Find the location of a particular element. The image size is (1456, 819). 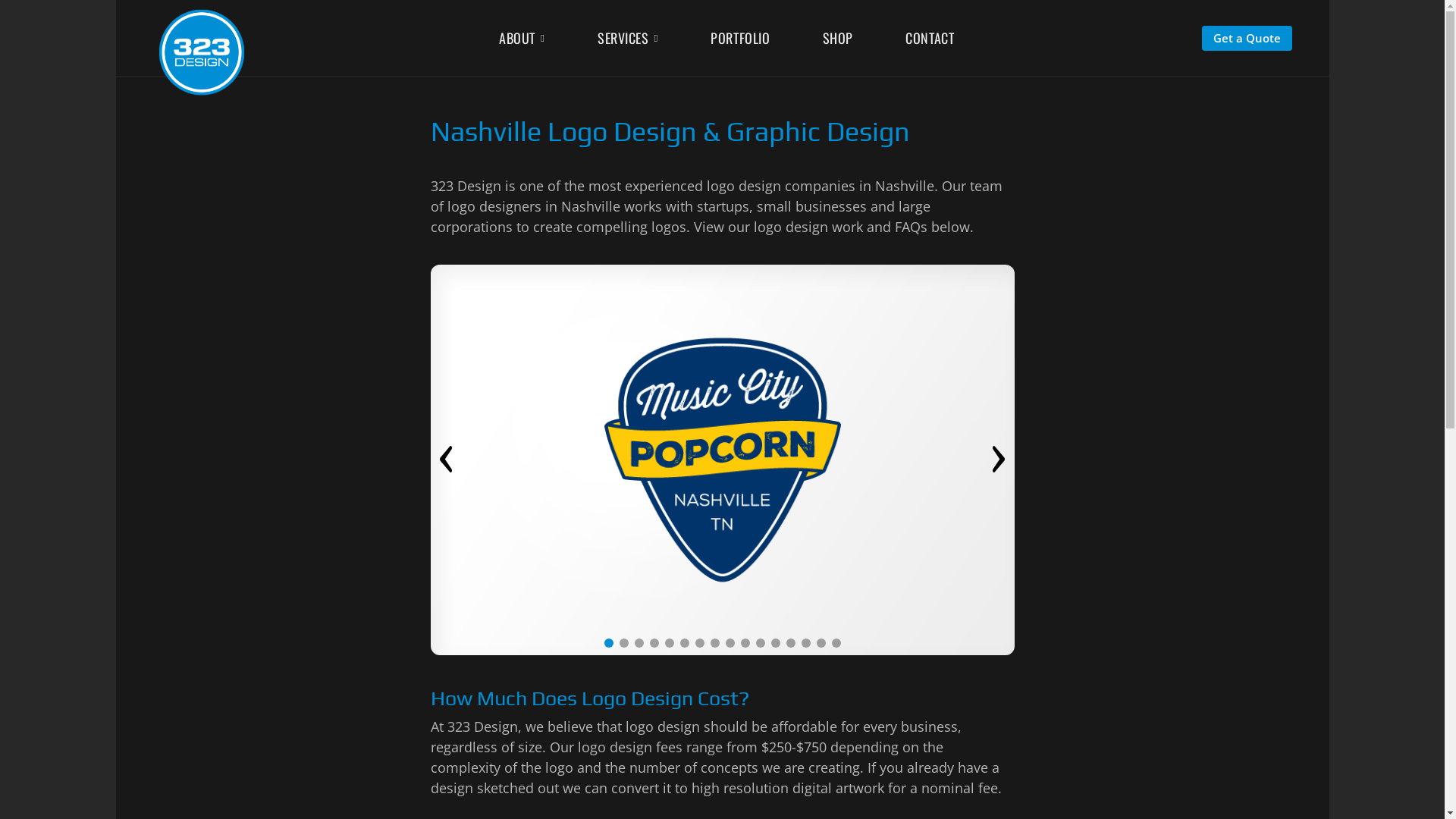

'10' is located at coordinates (745, 643).